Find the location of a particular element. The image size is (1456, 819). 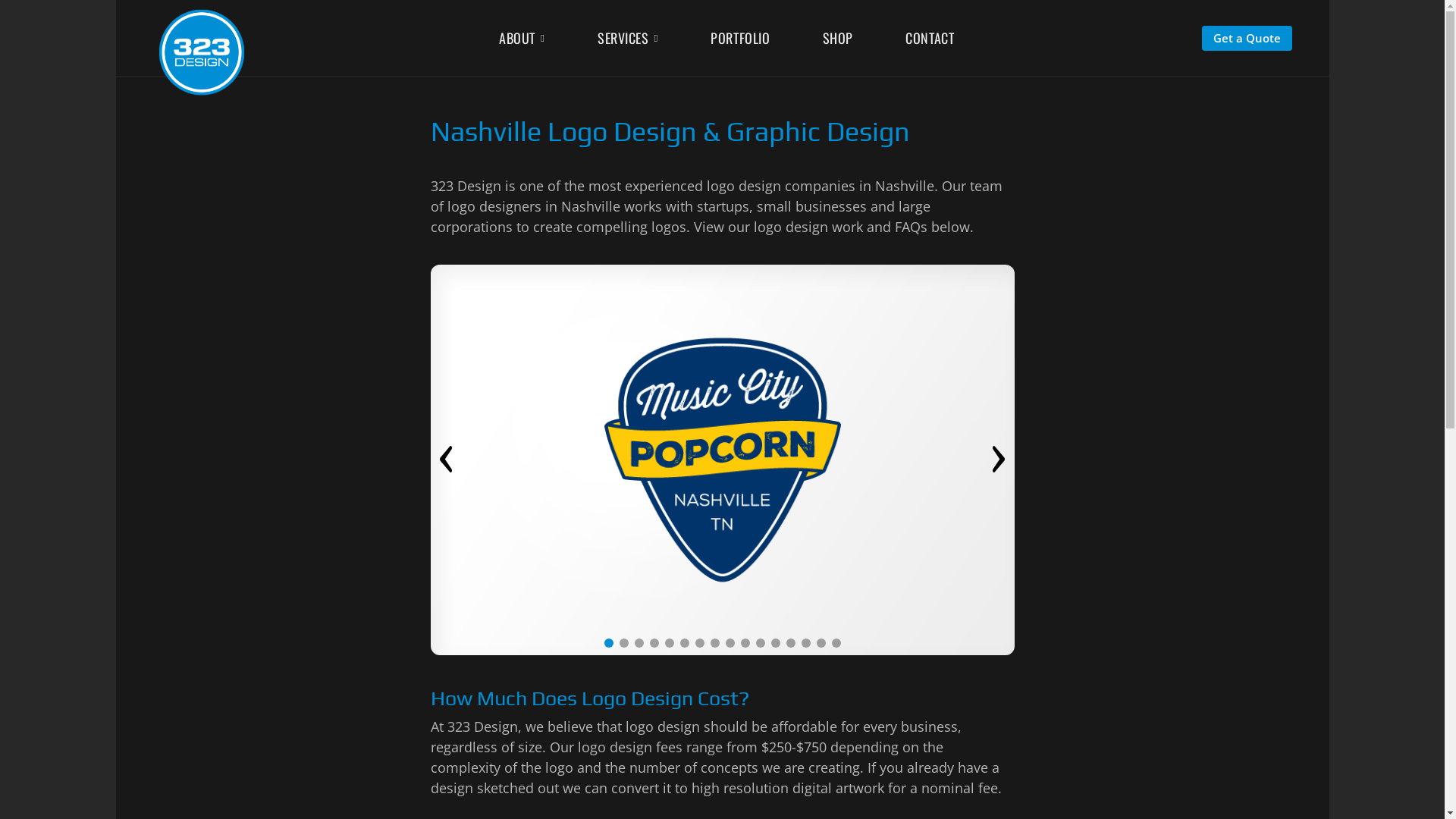

'10' is located at coordinates (745, 643).